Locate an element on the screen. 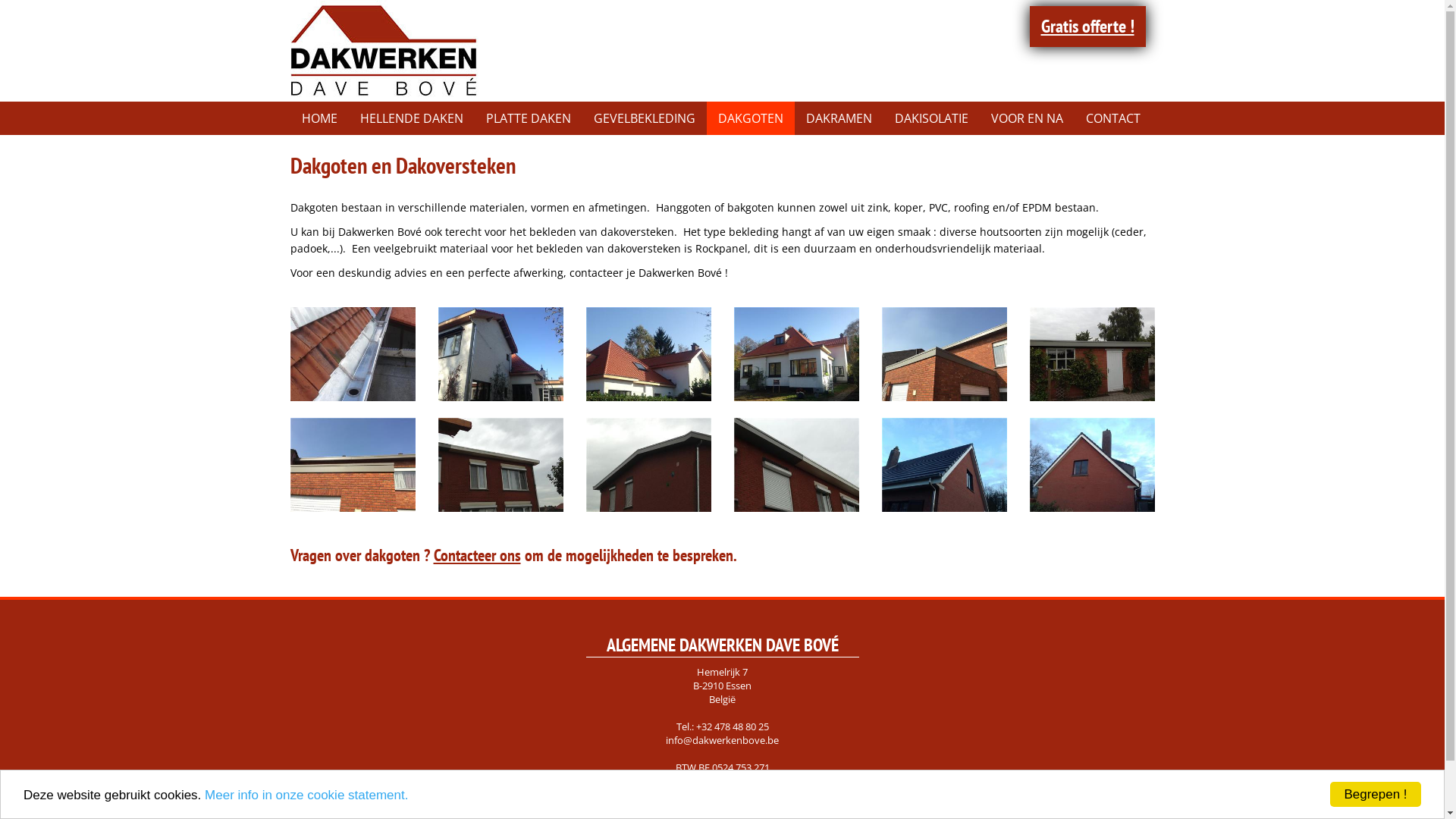  'HOME' is located at coordinates (318, 117).